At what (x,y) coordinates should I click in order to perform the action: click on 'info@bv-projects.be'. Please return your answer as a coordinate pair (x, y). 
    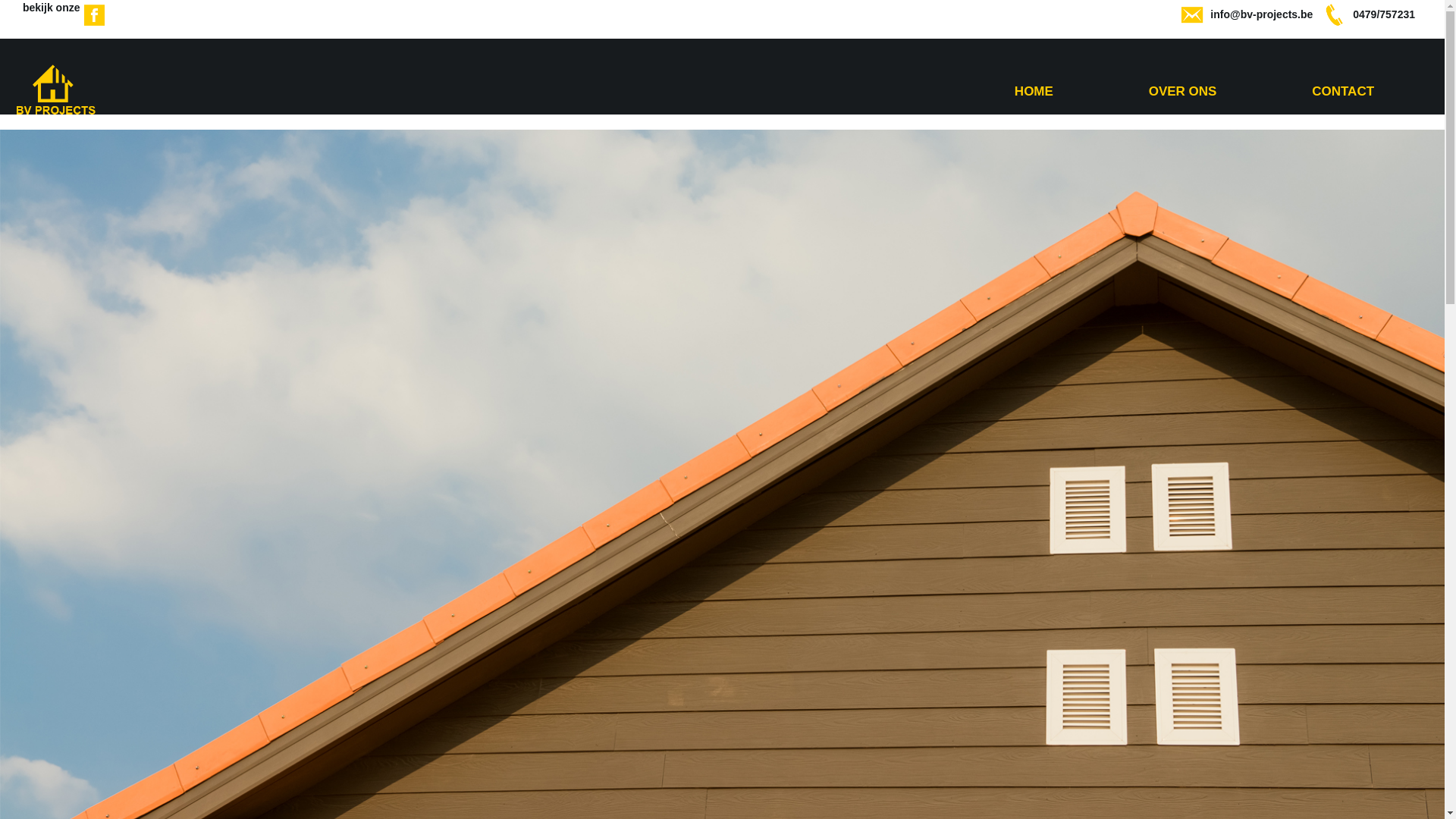
    Looking at the image, I should click on (1261, 14).